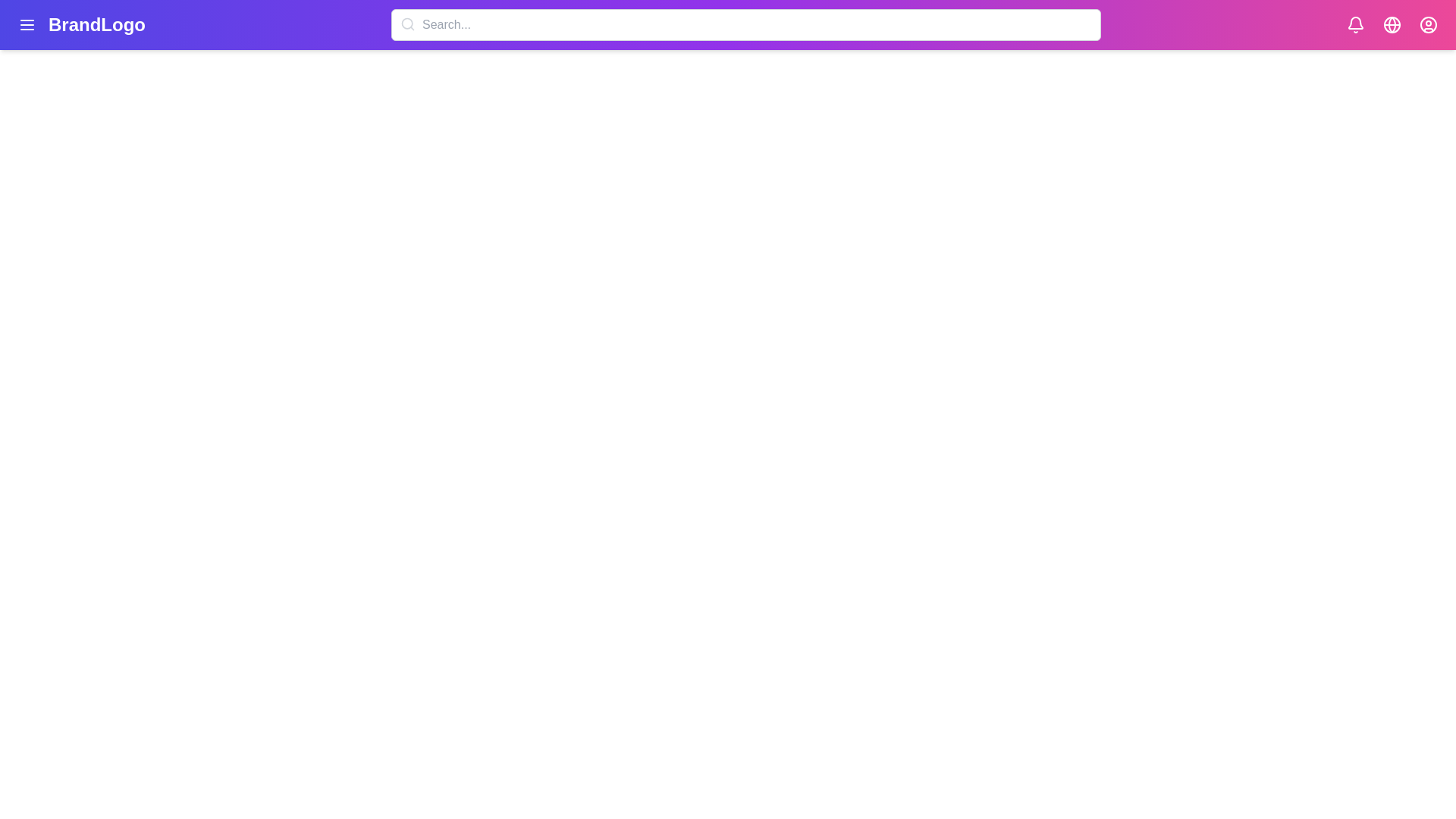  I want to click on the user profile icon represented by an SVG Circle located in the top-right section of the interface to trigger interactive effects, so click(1427, 25).